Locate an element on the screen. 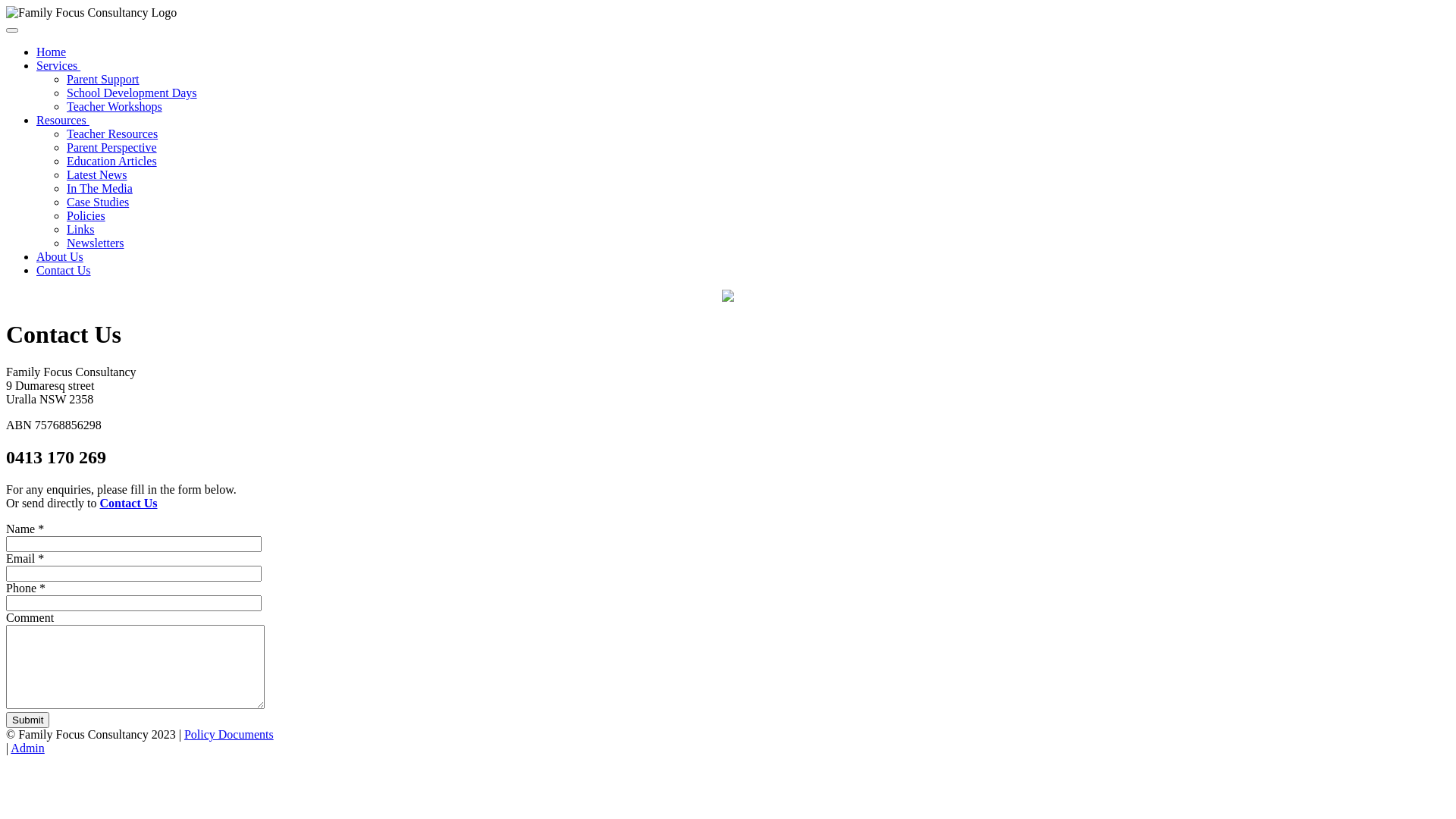  'Latest News' is located at coordinates (96, 174).